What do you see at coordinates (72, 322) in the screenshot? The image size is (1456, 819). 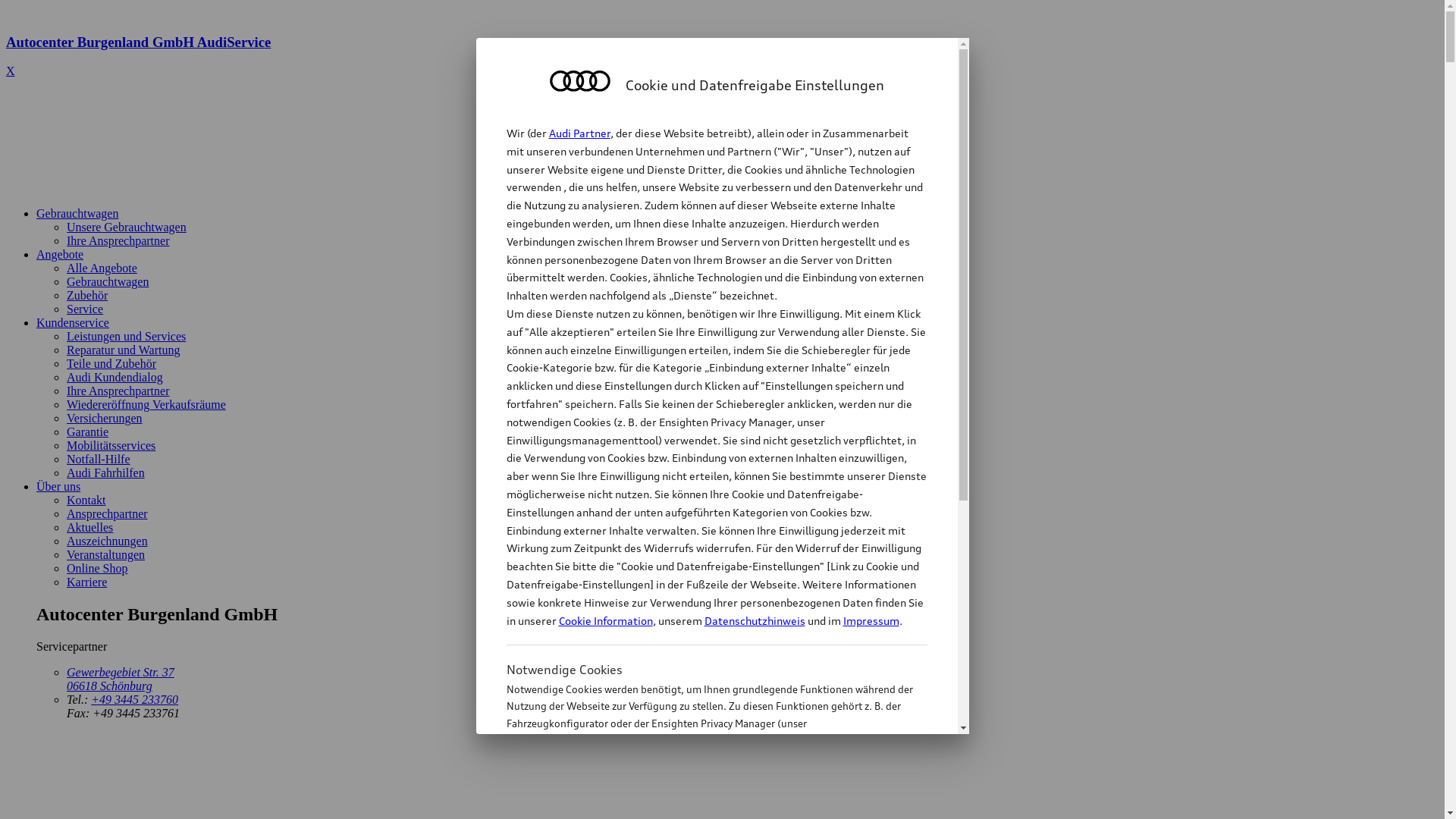 I see `'Kundenservice'` at bounding box center [72, 322].